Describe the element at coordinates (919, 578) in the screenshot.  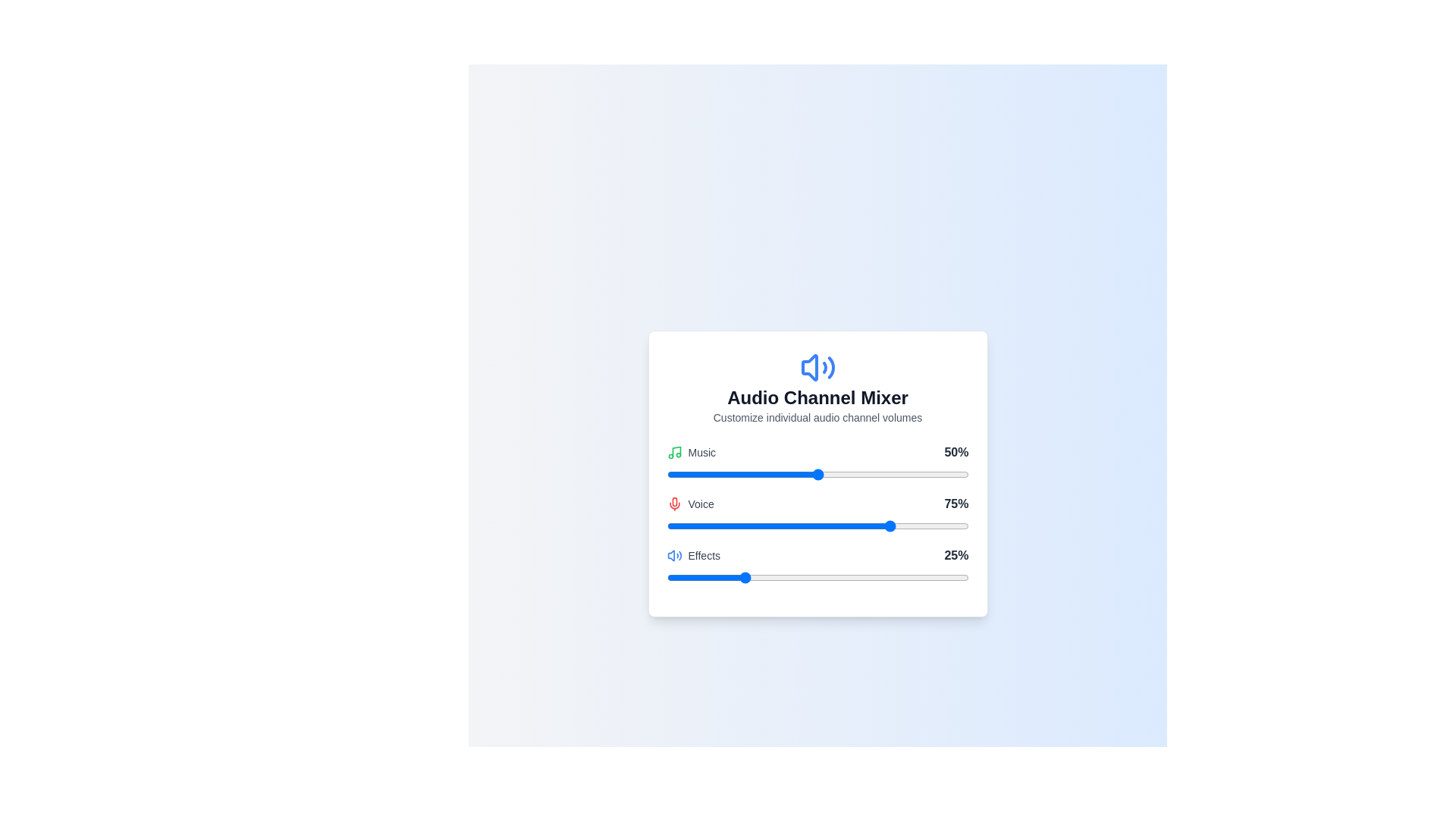
I see `effects volume` at that location.